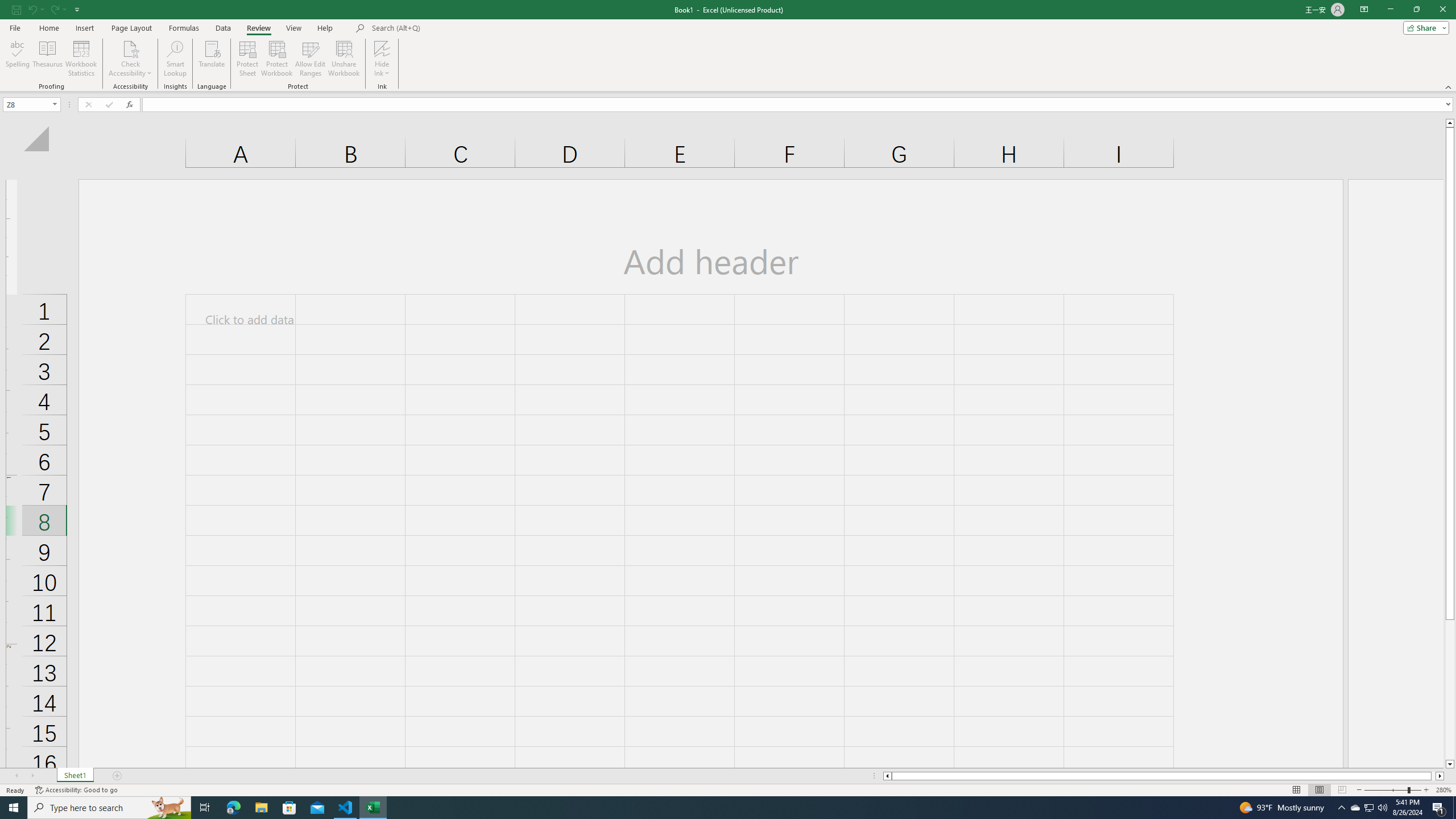 The image size is (1456, 819). Describe the element at coordinates (117, 775) in the screenshot. I see `'Add Sheet'` at that location.